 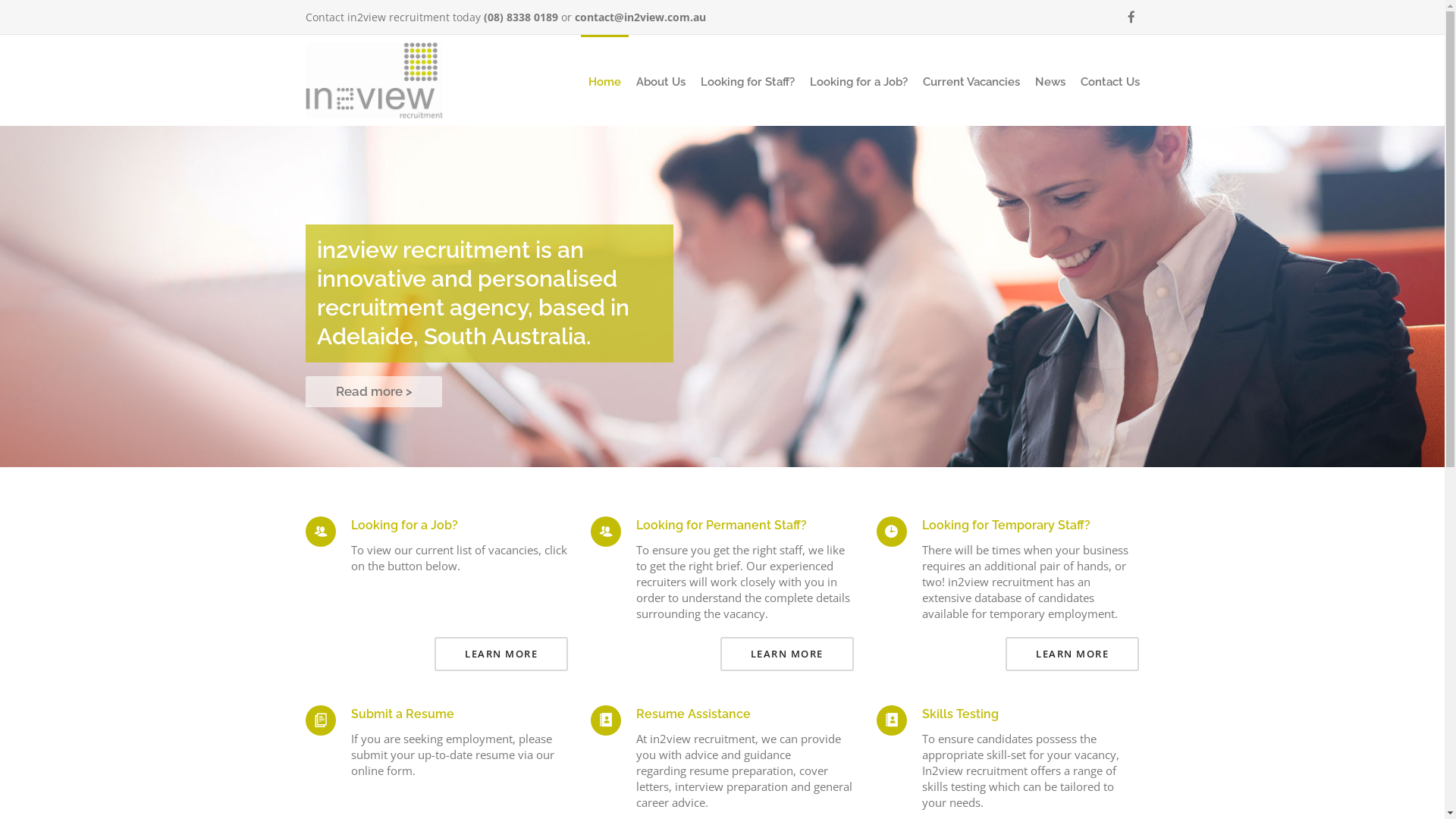 What do you see at coordinates (786, 653) in the screenshot?
I see `'LEARN MORE'` at bounding box center [786, 653].